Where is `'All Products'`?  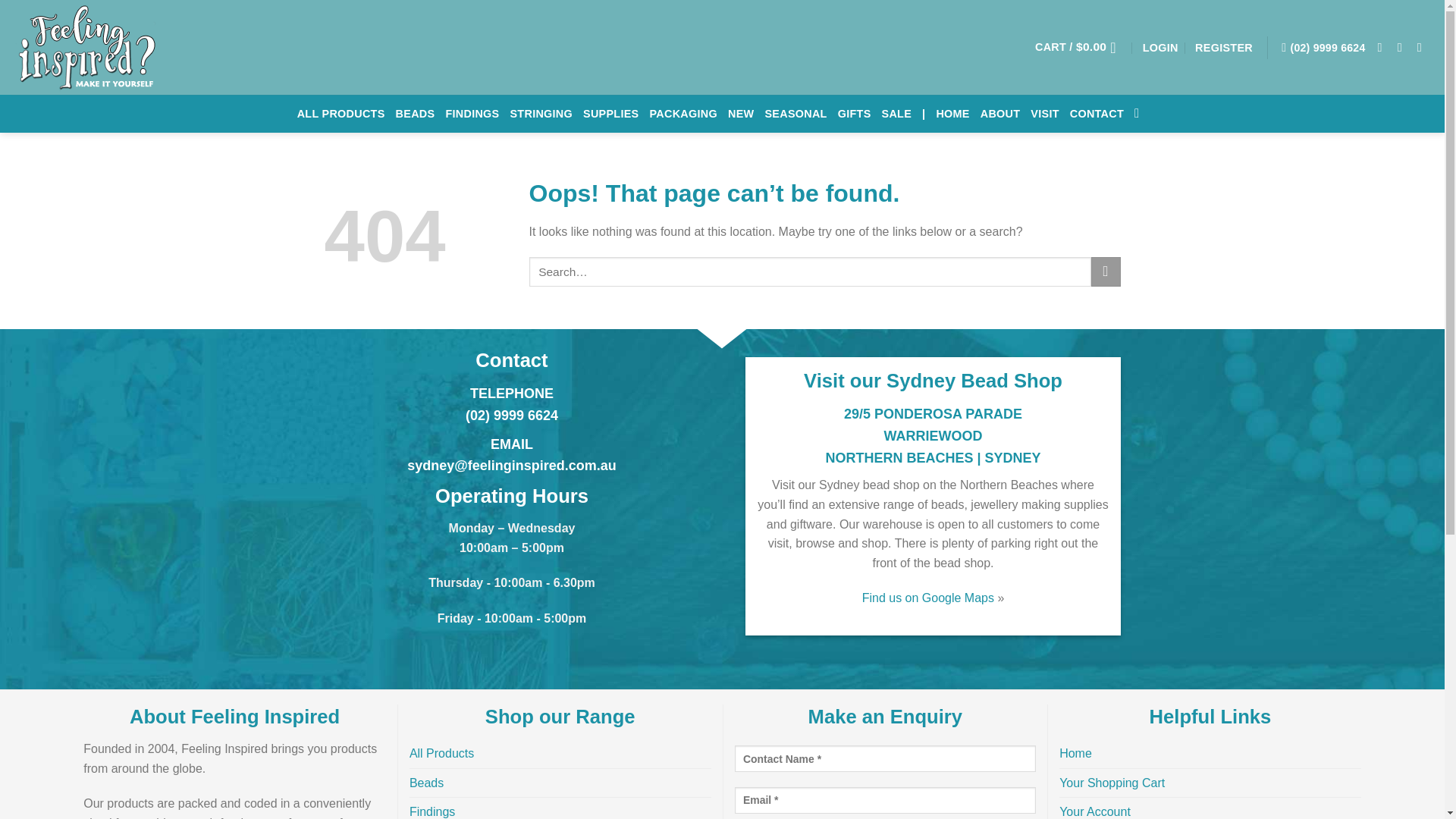 'All Products' is located at coordinates (441, 754).